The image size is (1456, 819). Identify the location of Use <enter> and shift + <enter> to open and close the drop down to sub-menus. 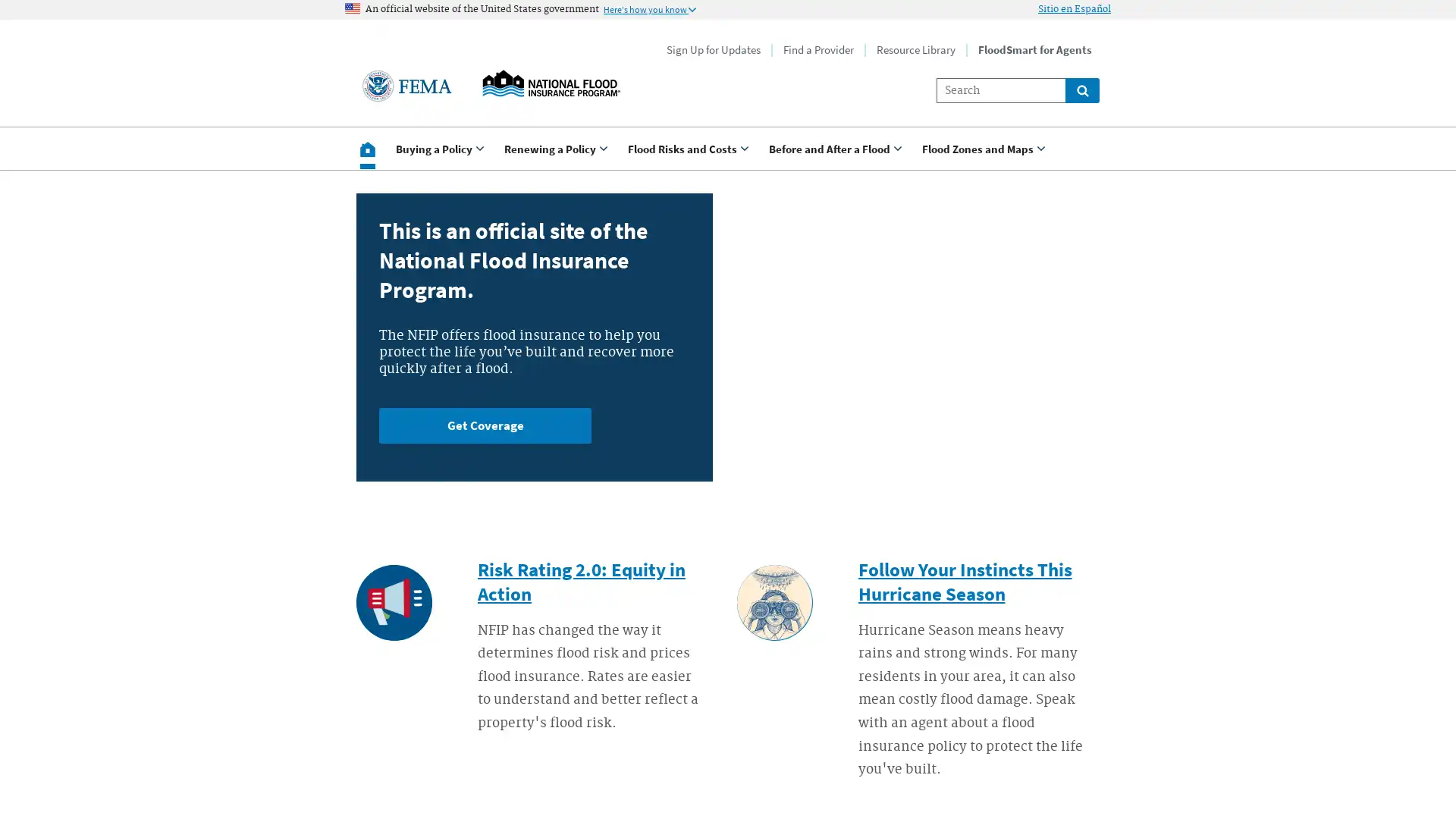
(986, 148).